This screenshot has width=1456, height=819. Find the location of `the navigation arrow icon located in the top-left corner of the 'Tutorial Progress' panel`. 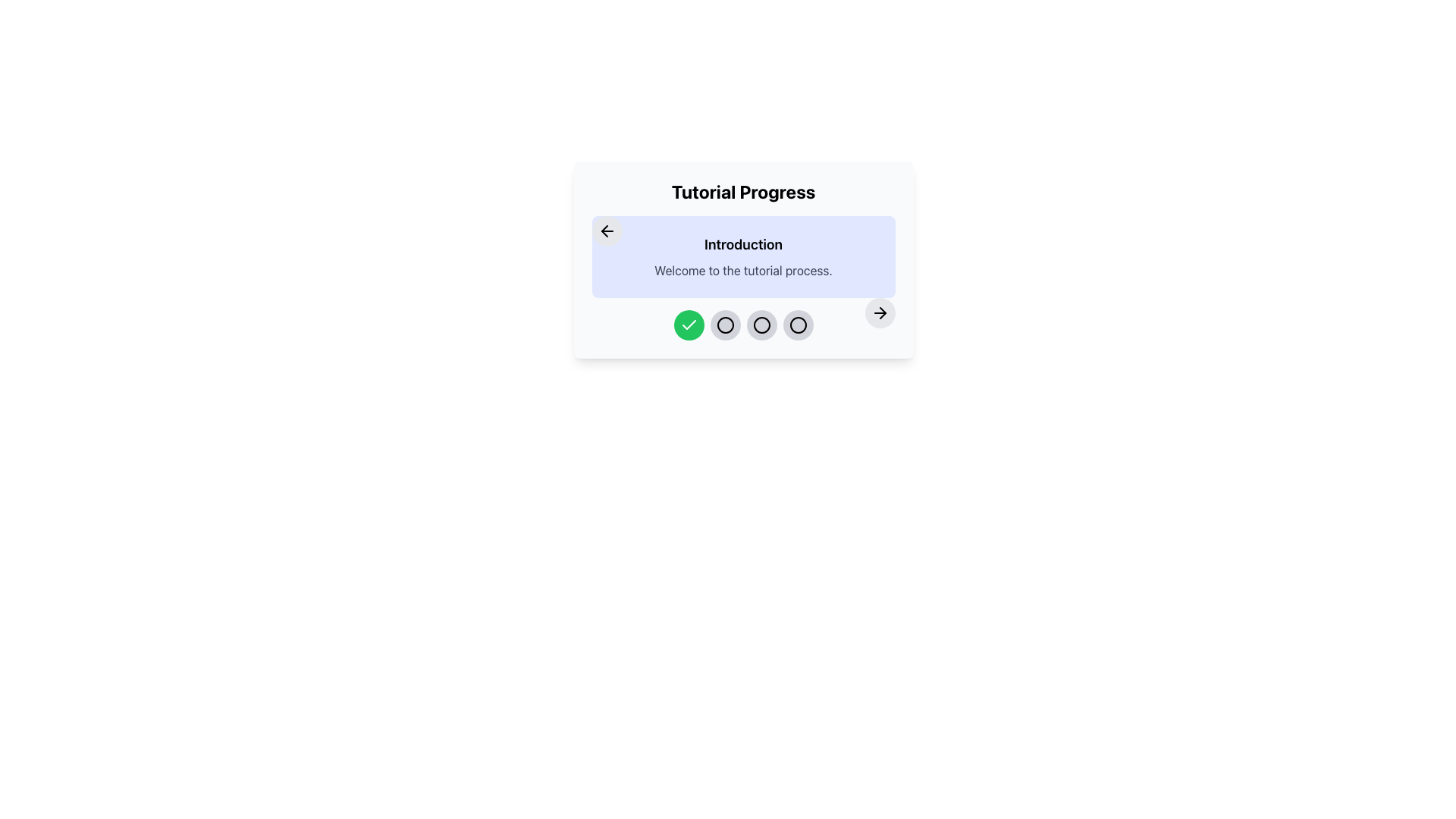

the navigation arrow icon located in the top-left corner of the 'Tutorial Progress' panel is located at coordinates (607, 231).